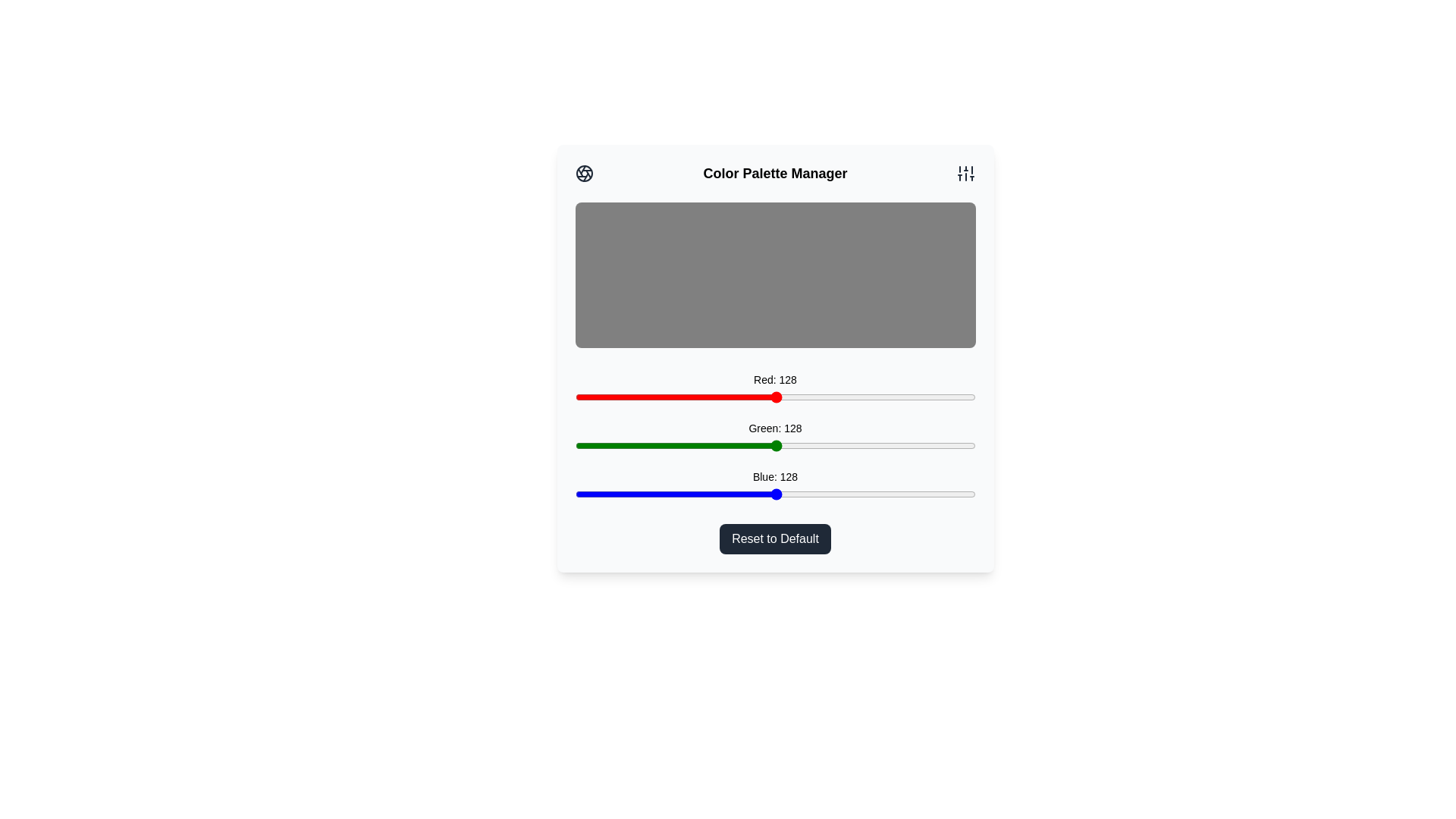  What do you see at coordinates (951, 397) in the screenshot?
I see `the red color slider to 240` at bounding box center [951, 397].